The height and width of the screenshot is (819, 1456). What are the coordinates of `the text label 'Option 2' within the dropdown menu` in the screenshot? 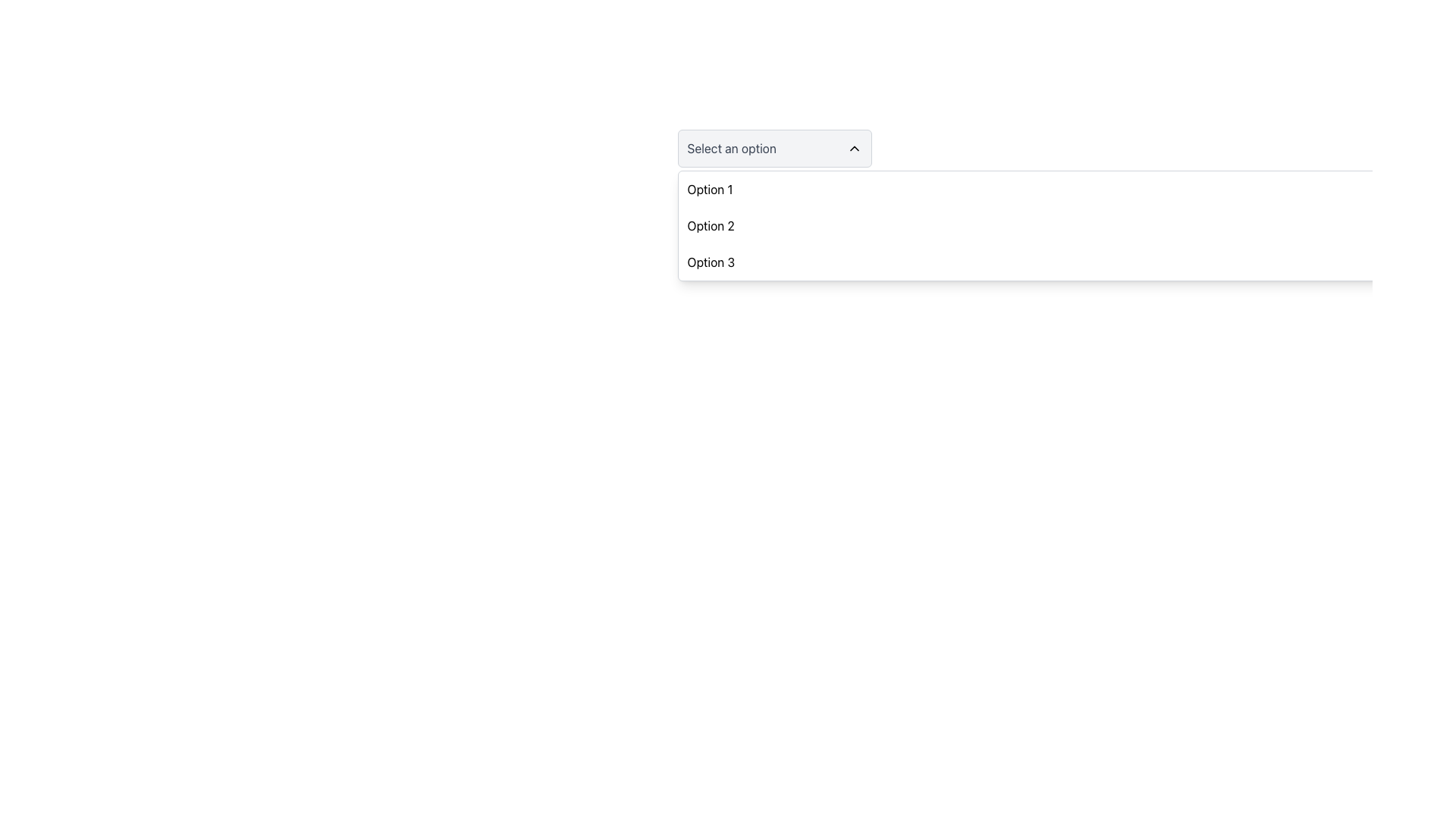 It's located at (710, 225).